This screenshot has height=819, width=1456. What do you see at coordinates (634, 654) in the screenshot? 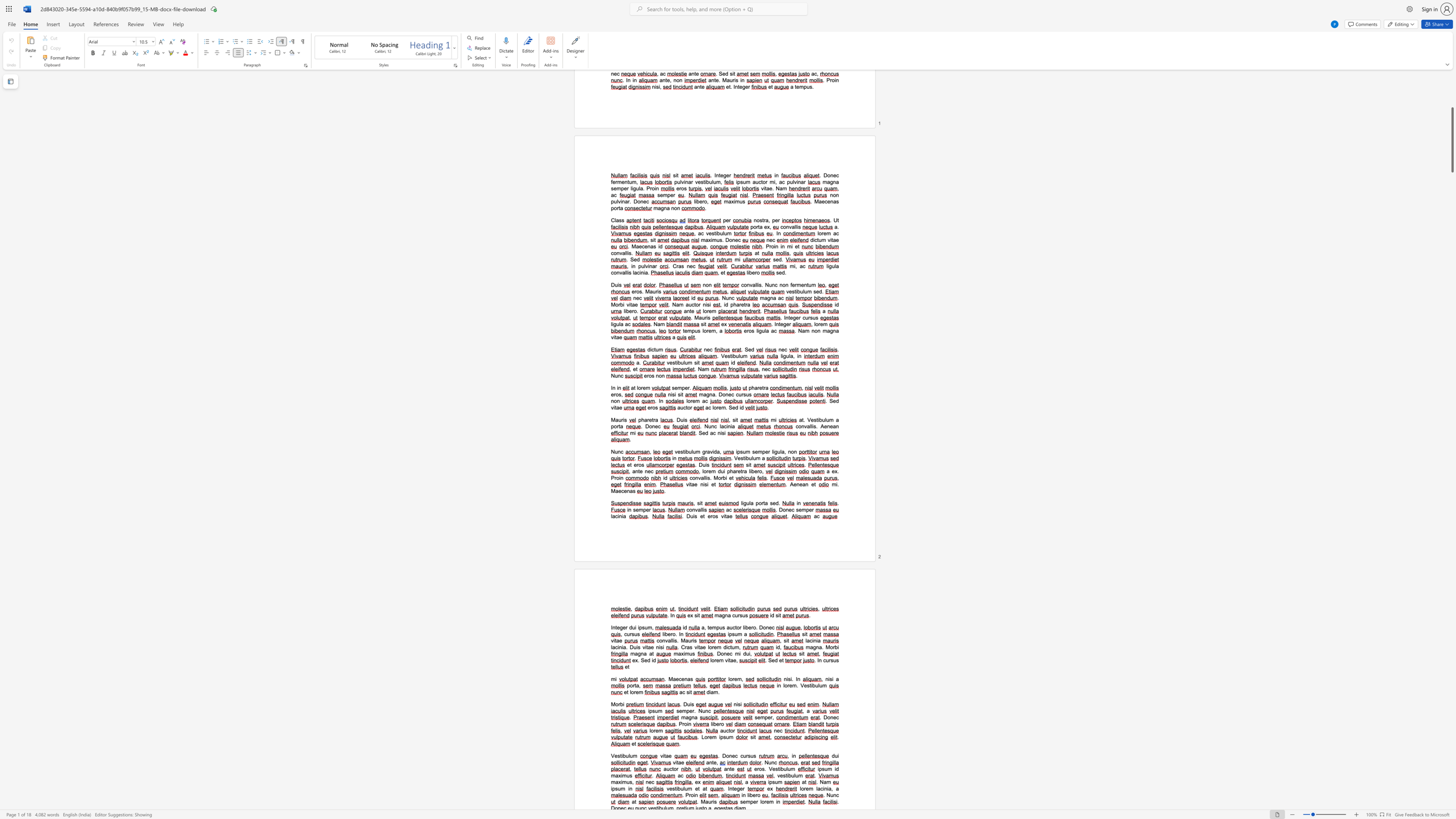
I see `the space between the continuous character "m" and "a" in the text` at bounding box center [634, 654].